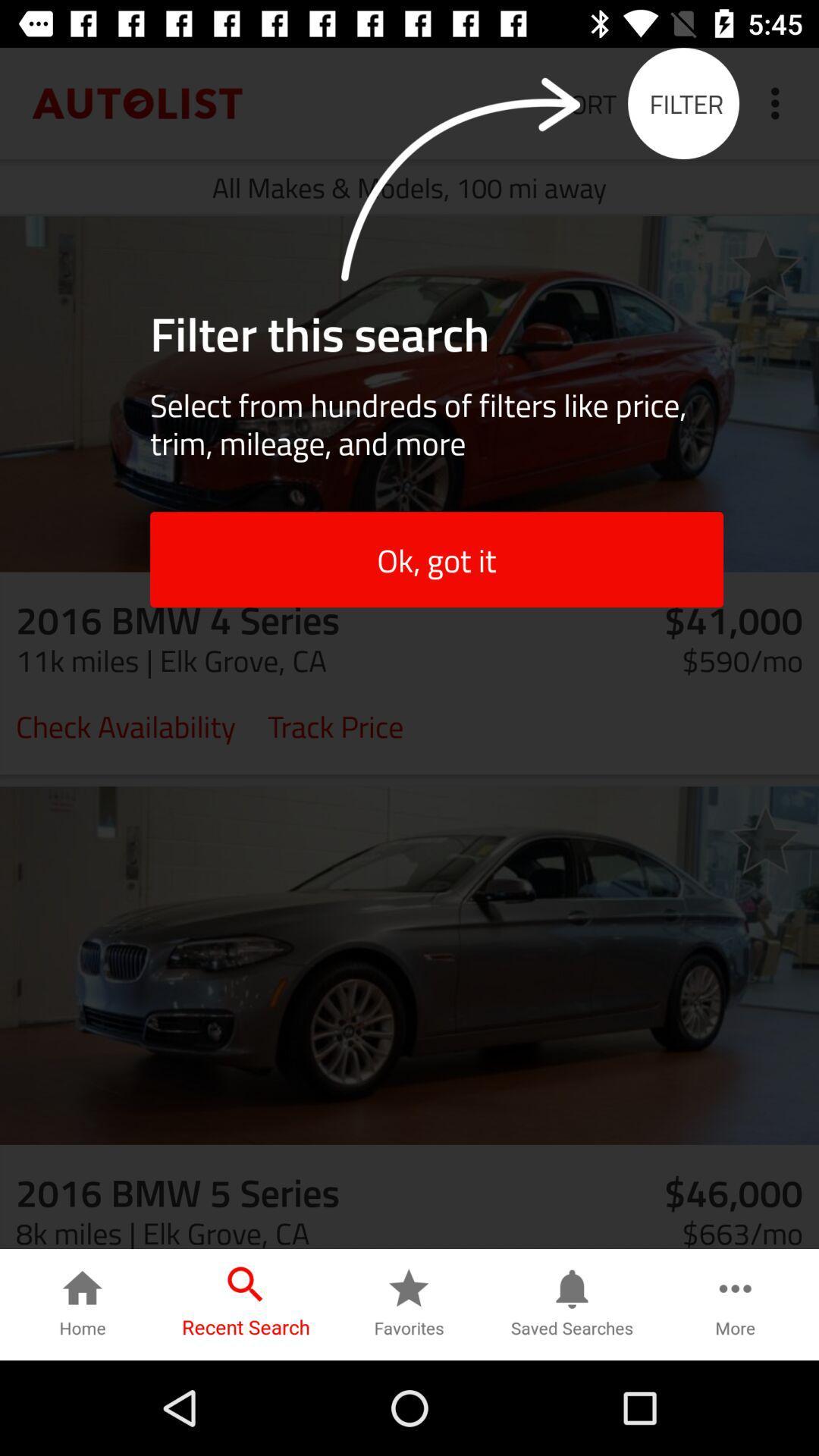  Describe the element at coordinates (334, 724) in the screenshot. I see `the icon next to the check availability` at that location.